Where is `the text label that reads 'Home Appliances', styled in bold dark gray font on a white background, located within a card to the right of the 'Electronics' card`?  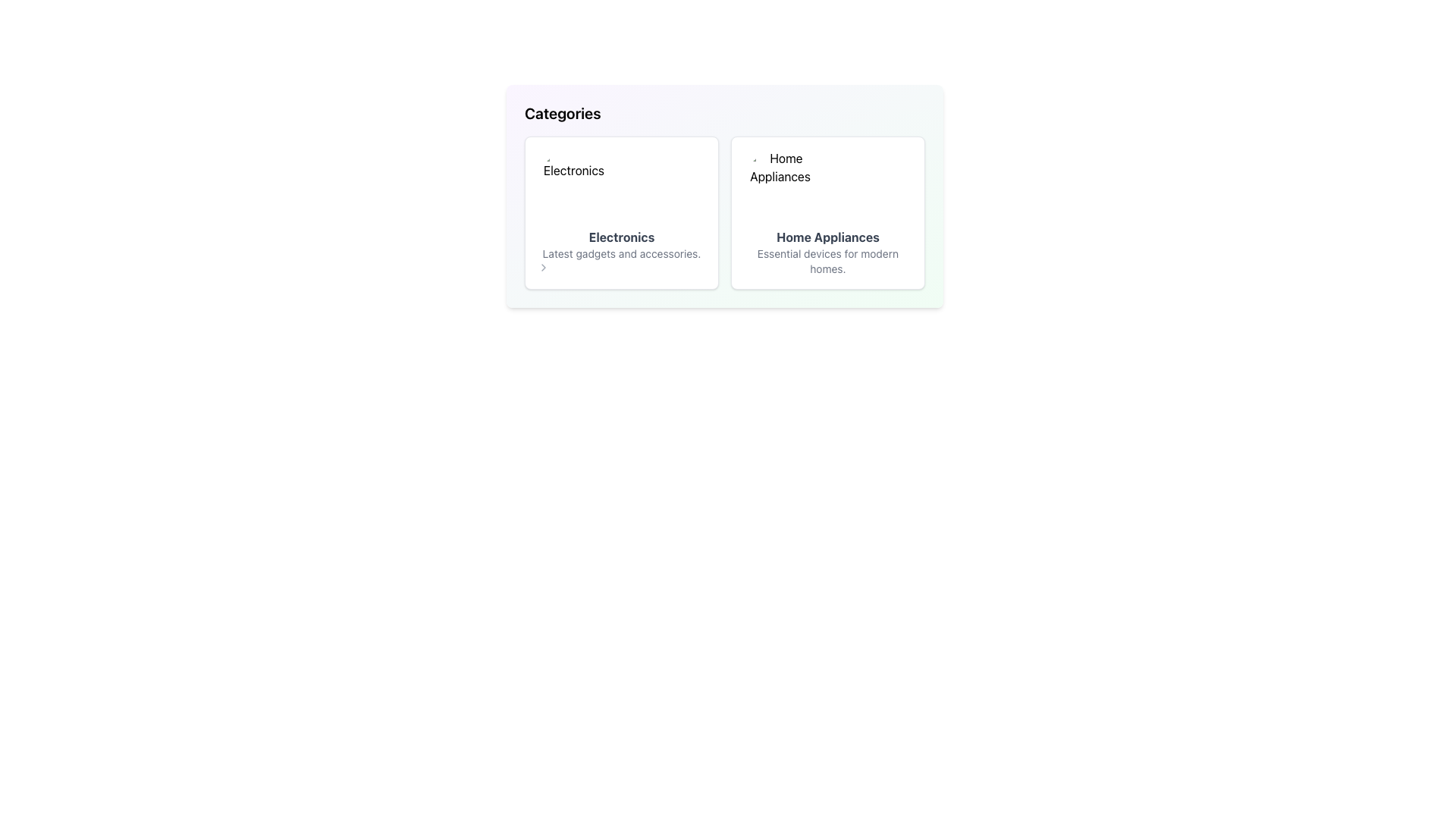
the text label that reads 'Home Appliances', styled in bold dark gray font on a white background, located within a card to the right of the 'Electronics' card is located at coordinates (827, 237).